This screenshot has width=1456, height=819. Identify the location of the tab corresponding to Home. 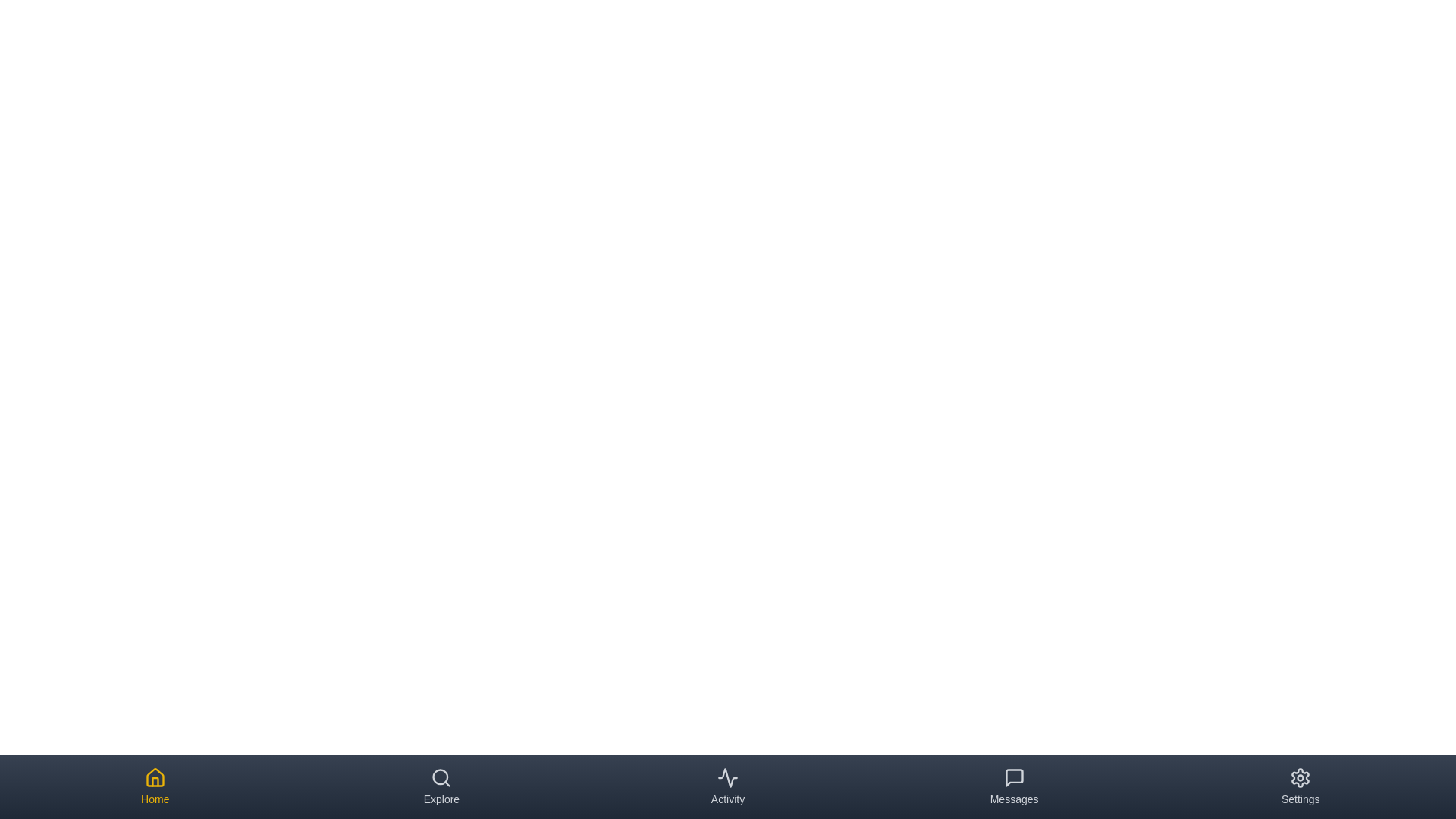
(154, 786).